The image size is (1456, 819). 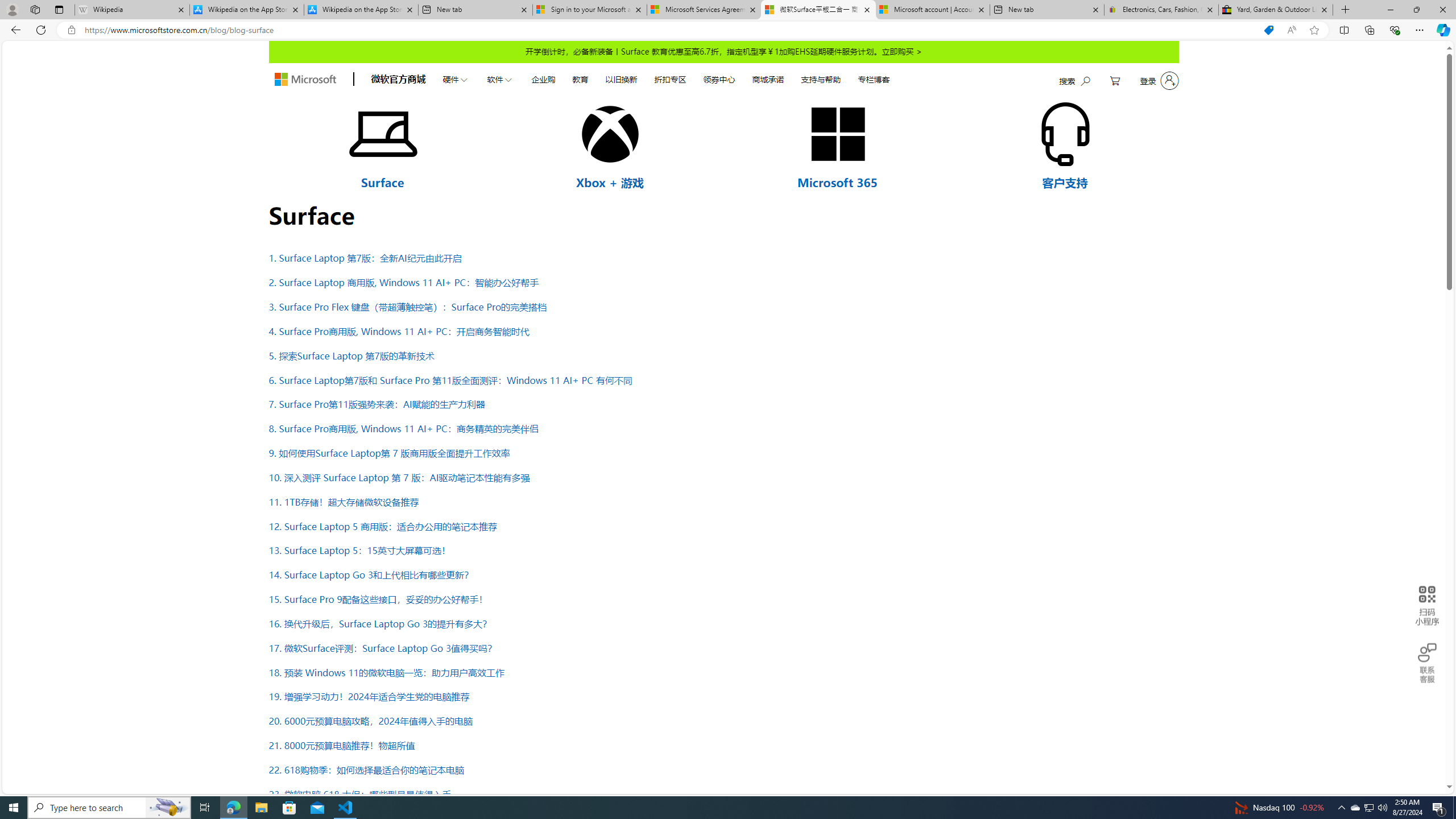 What do you see at coordinates (40, 29) in the screenshot?
I see `'Refresh'` at bounding box center [40, 29].